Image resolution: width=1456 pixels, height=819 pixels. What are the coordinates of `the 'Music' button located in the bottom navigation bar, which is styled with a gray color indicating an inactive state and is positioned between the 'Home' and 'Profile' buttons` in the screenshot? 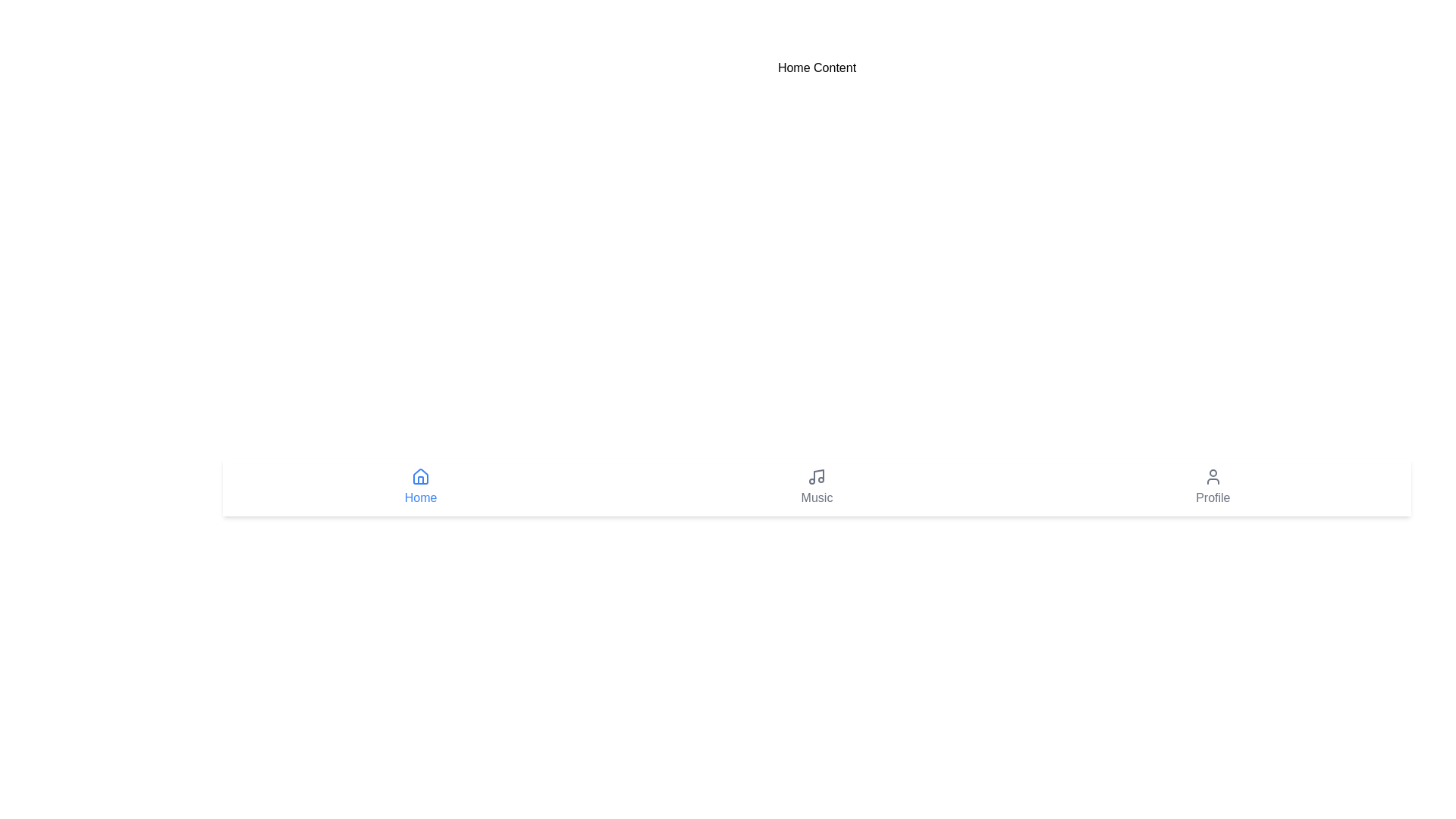 It's located at (816, 488).